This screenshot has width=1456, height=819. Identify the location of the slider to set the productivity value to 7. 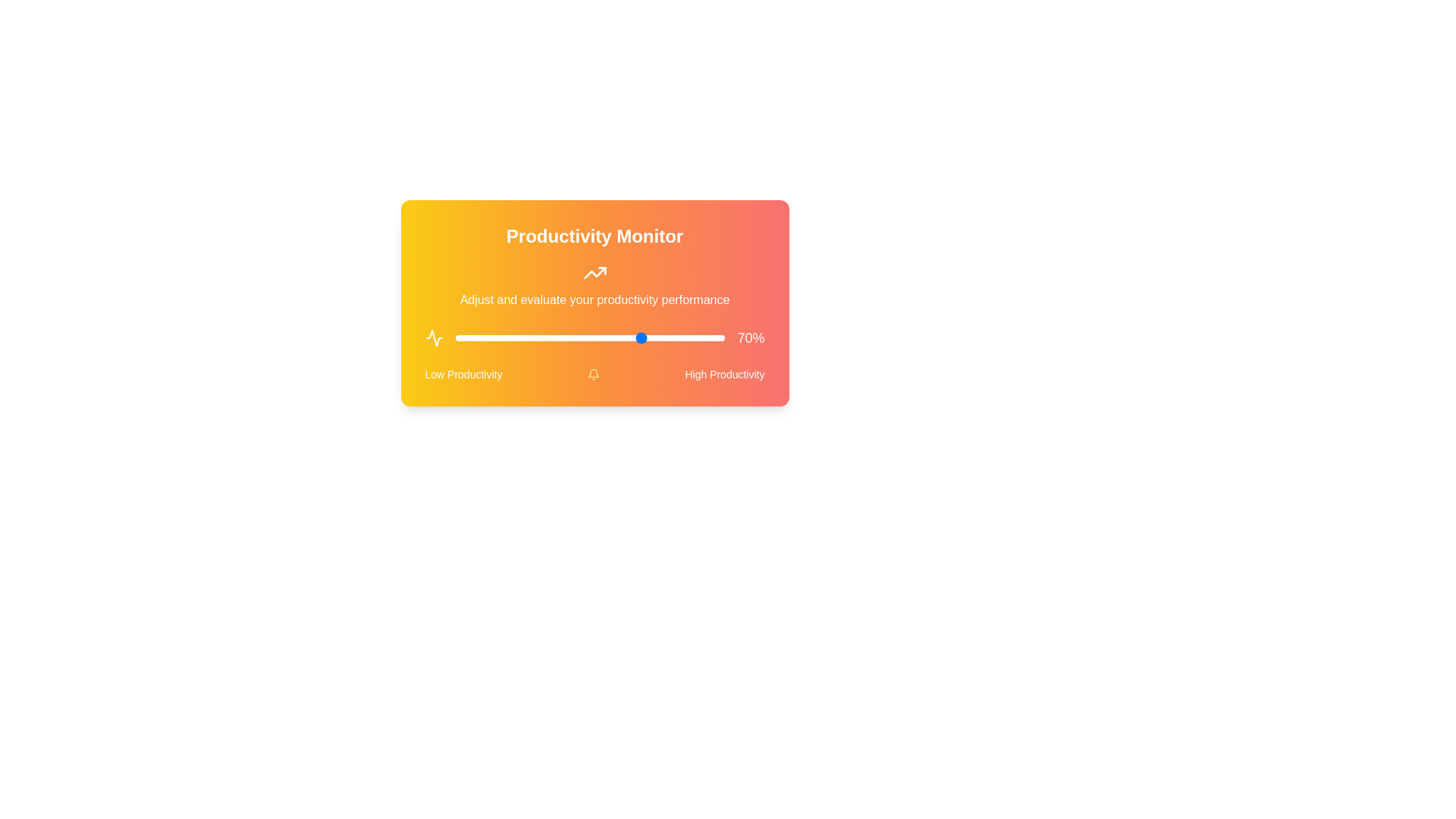
(473, 337).